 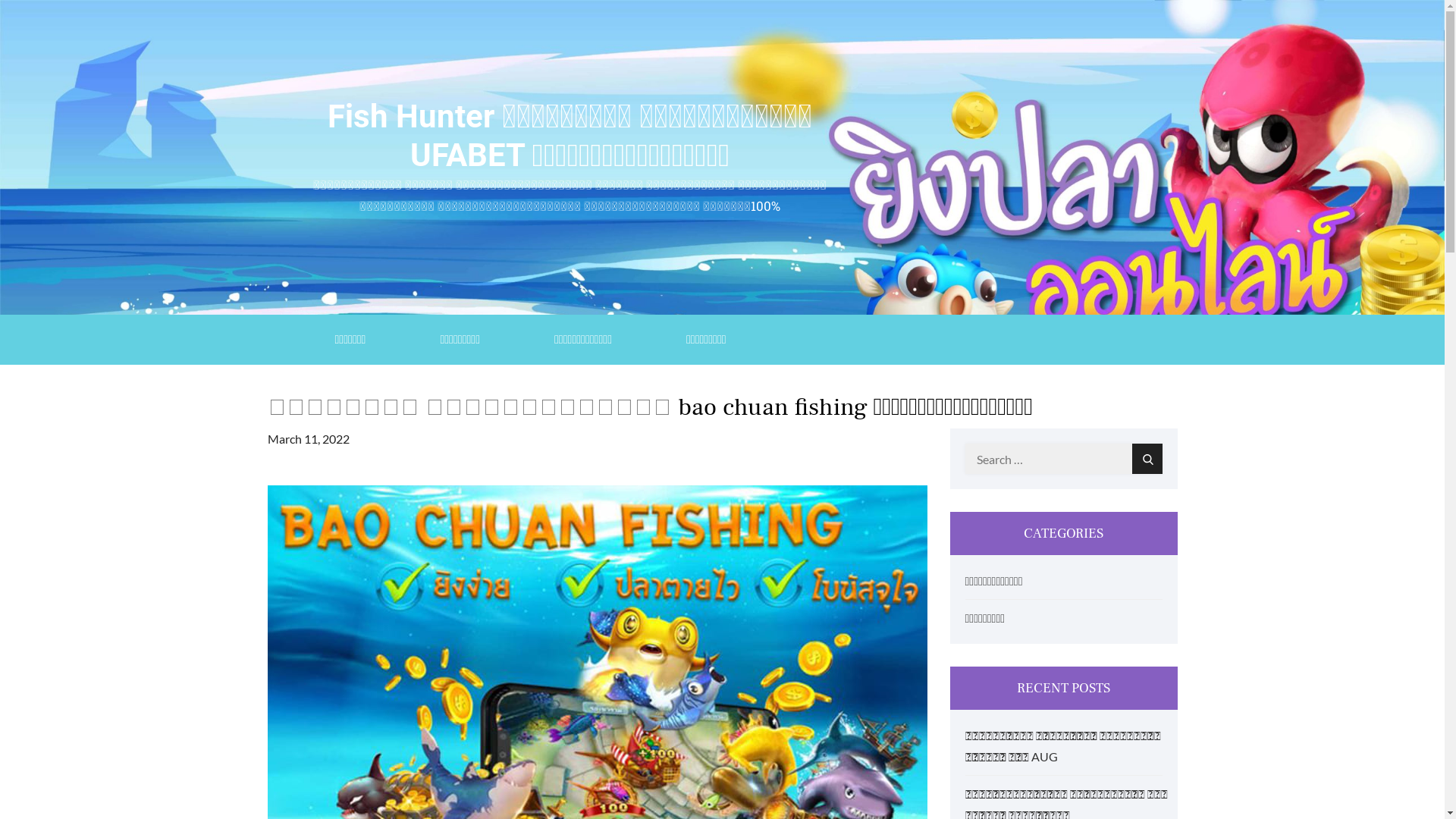 I want to click on 'March 11, 2022', so click(x=307, y=438).